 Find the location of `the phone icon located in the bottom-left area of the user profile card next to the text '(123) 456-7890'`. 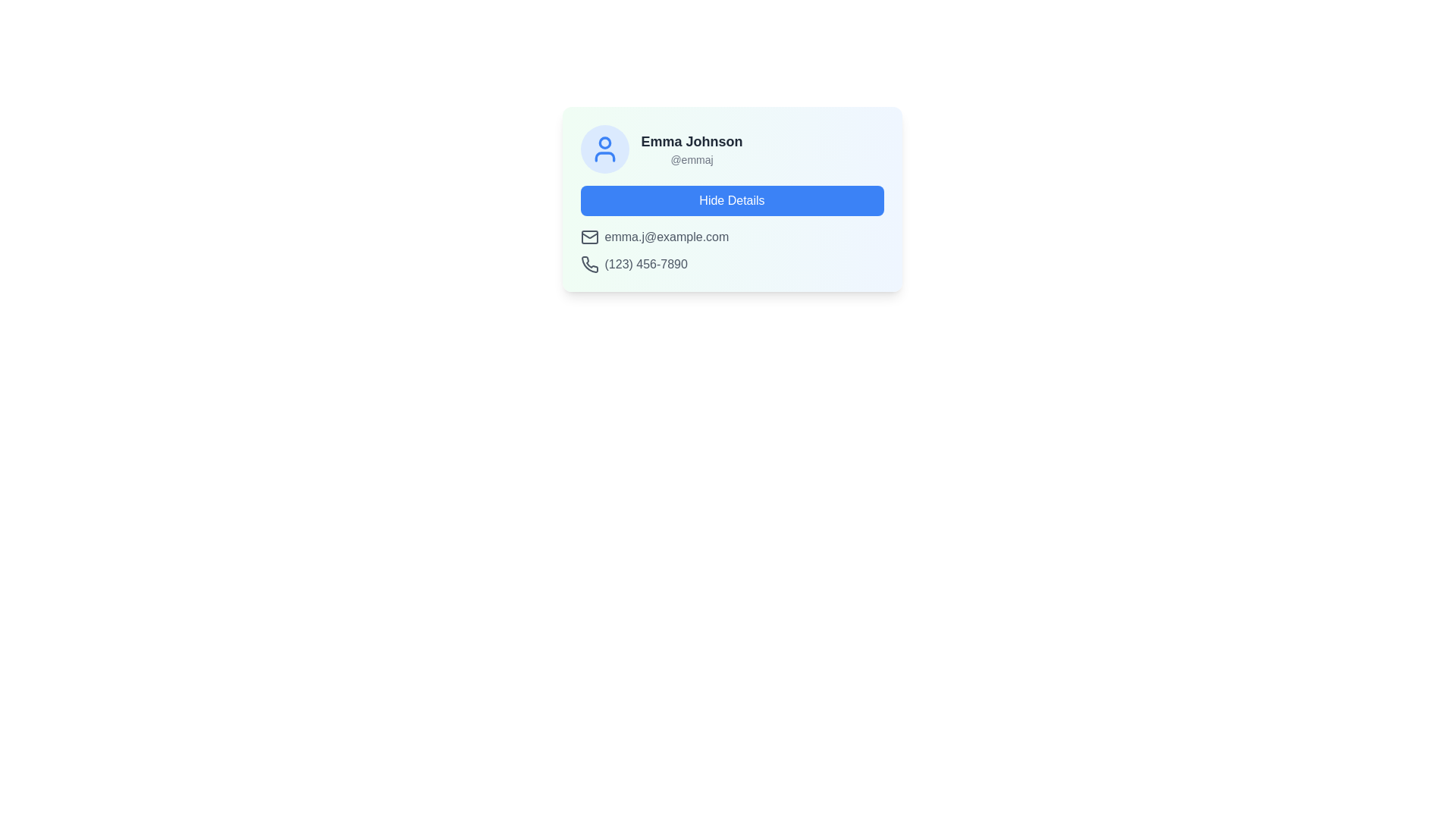

the phone icon located in the bottom-left area of the user profile card next to the text '(123) 456-7890' is located at coordinates (588, 263).